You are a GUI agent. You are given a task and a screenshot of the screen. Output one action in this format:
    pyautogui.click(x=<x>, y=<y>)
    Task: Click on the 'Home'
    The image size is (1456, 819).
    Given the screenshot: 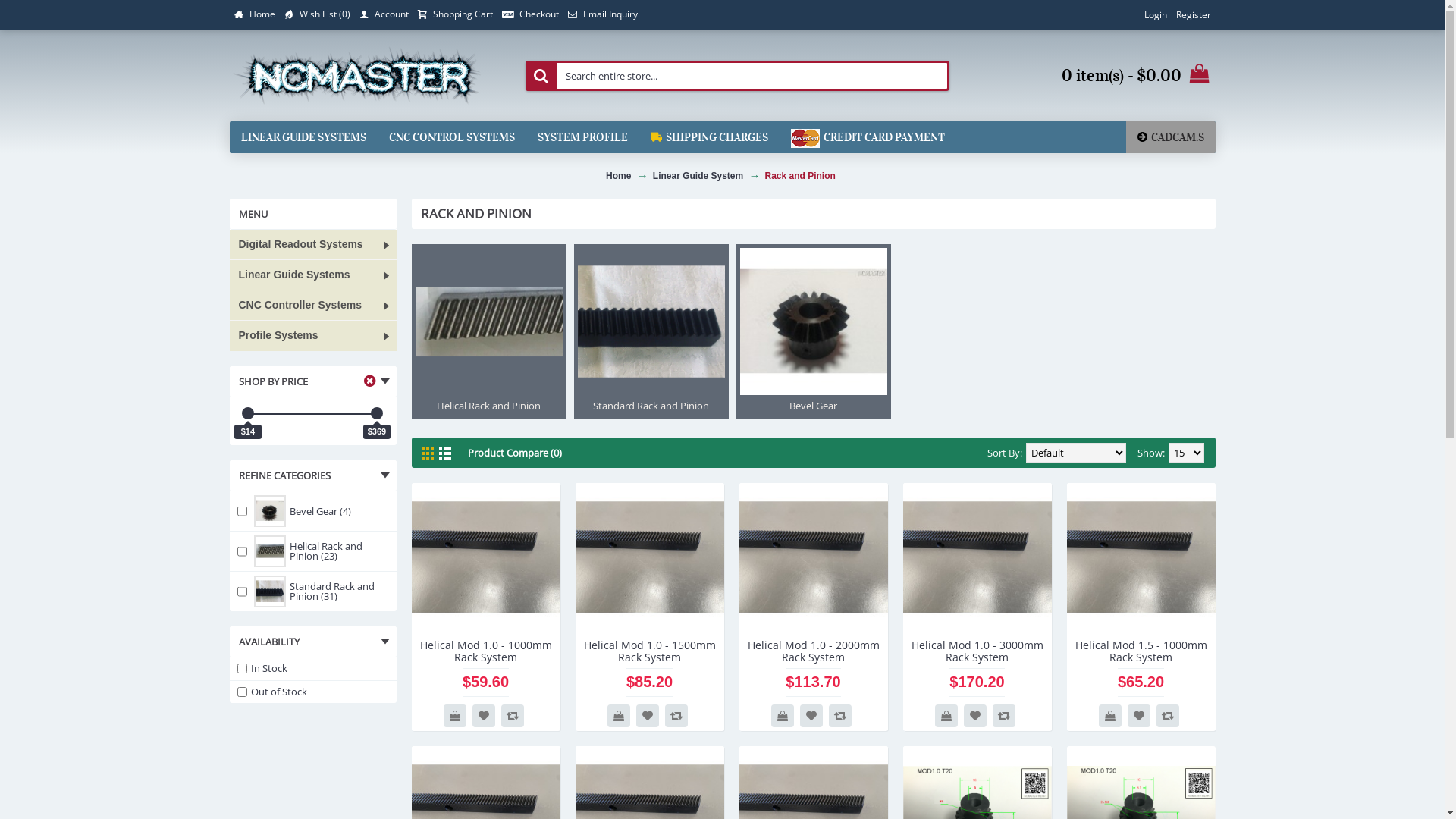 What is the action you would take?
    pyautogui.click(x=228, y=14)
    